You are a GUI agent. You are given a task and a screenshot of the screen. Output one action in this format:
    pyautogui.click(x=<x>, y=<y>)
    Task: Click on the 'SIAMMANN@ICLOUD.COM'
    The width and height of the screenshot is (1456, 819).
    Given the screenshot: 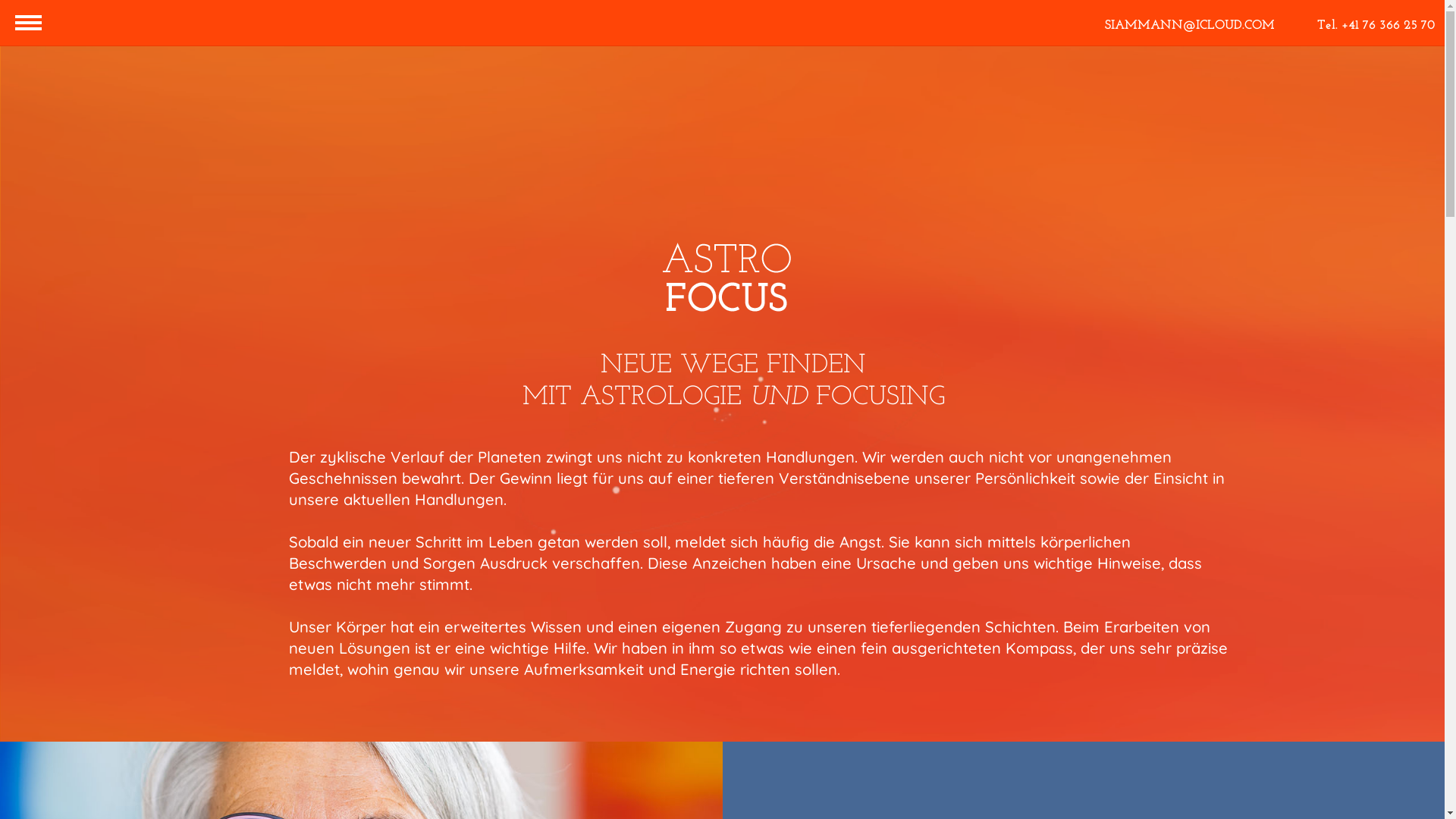 What is the action you would take?
    pyautogui.click(x=1189, y=26)
    